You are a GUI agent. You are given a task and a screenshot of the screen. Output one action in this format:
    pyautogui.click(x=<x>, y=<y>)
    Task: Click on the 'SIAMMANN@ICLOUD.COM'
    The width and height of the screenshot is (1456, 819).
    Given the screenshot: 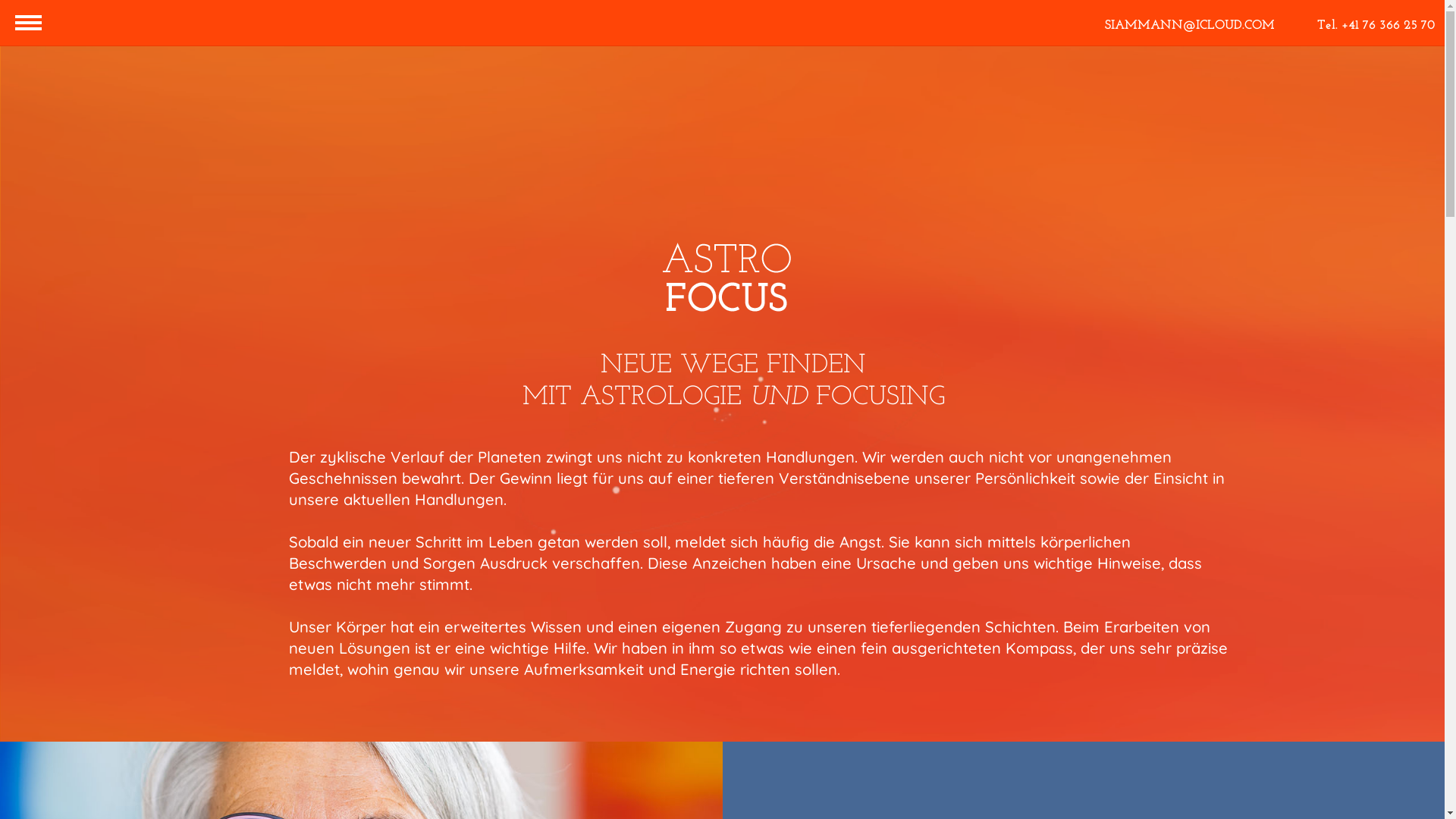 What is the action you would take?
    pyautogui.click(x=1189, y=26)
    